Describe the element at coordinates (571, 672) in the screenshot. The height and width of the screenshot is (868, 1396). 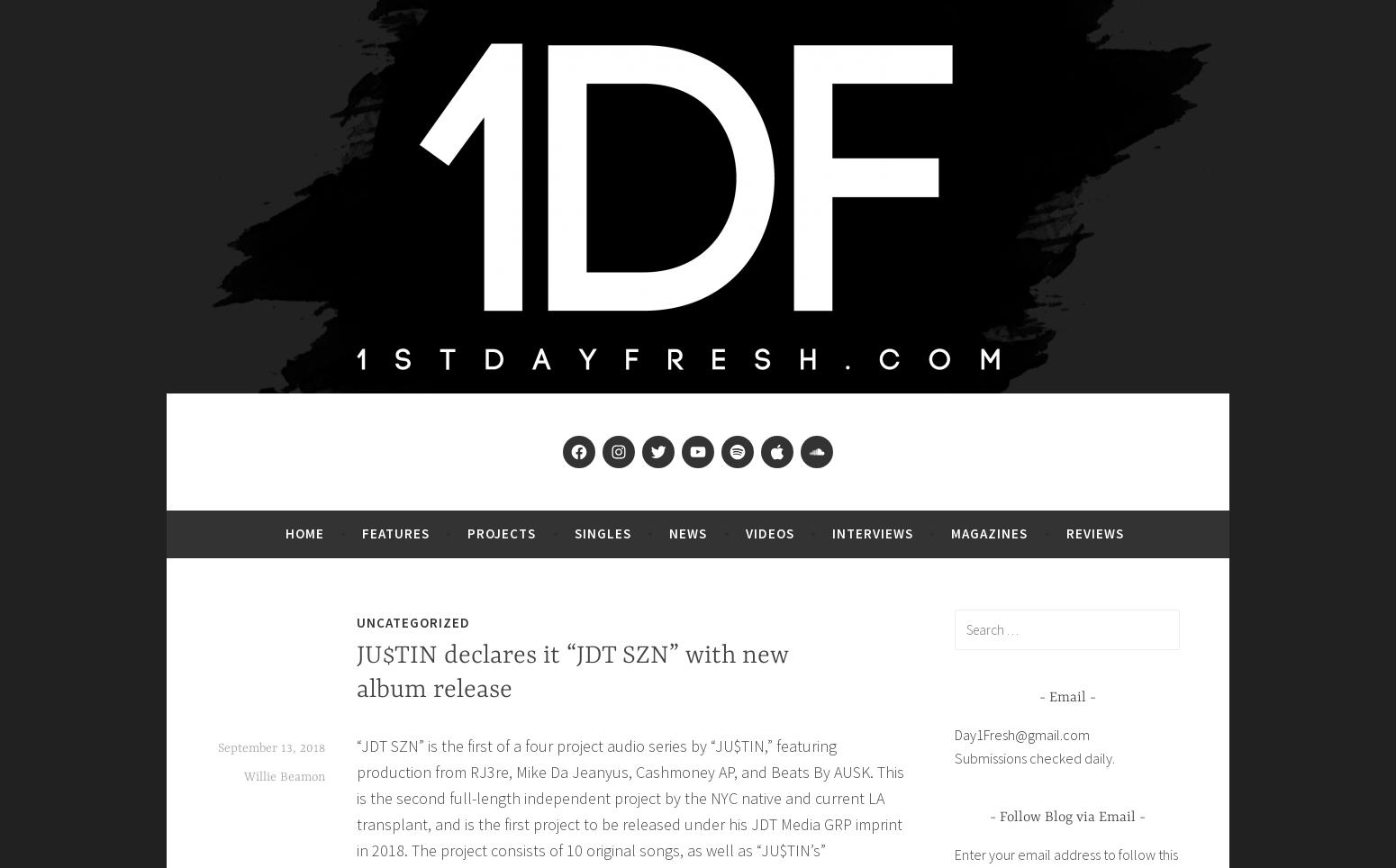
I see `'JU$TIN declares it “JDT SZN” with new album release'` at that location.